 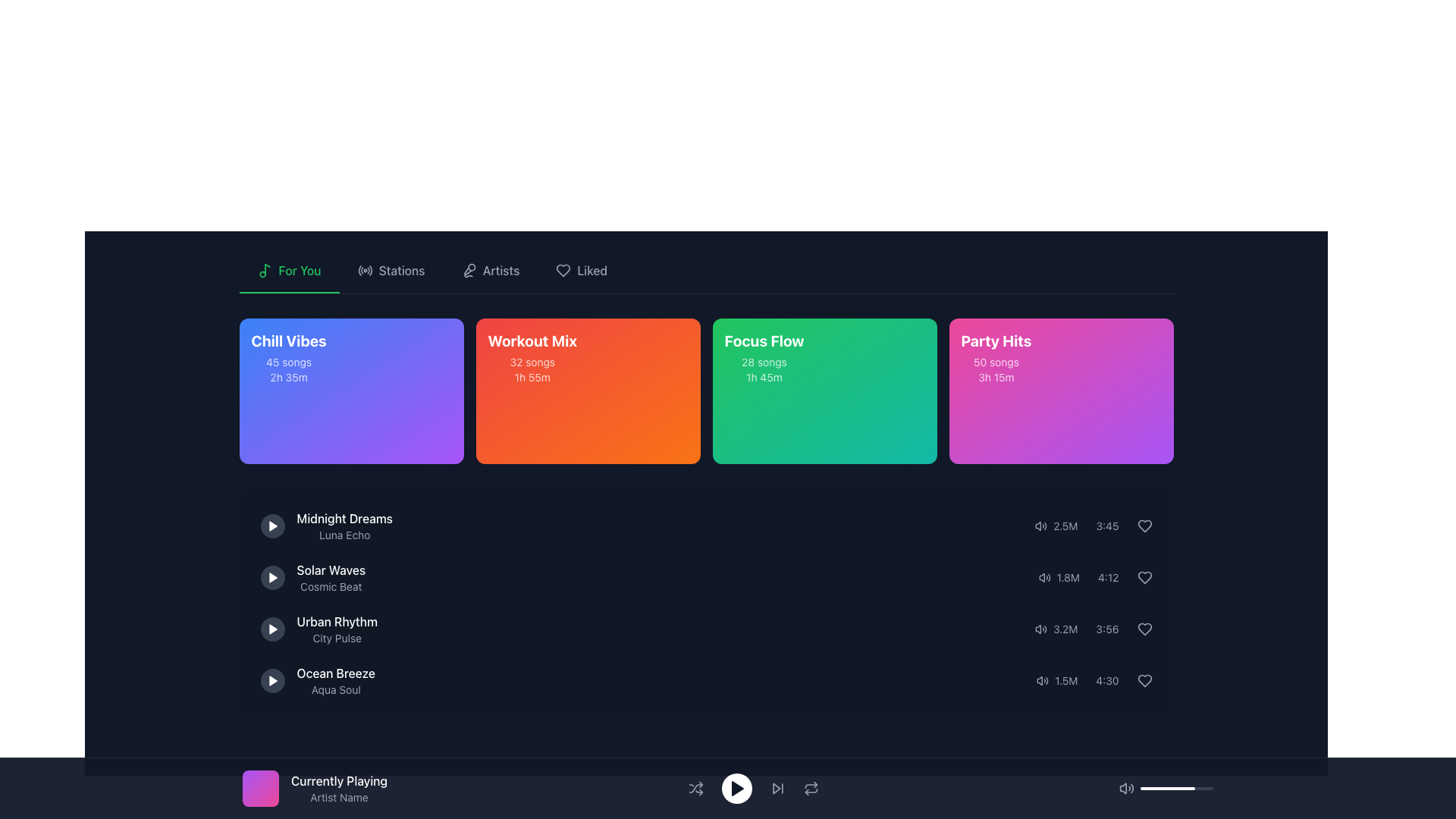 What do you see at coordinates (1144, 680) in the screenshot?
I see `the heart-shaped icon button representing 'like' or 'favorite' action` at bounding box center [1144, 680].